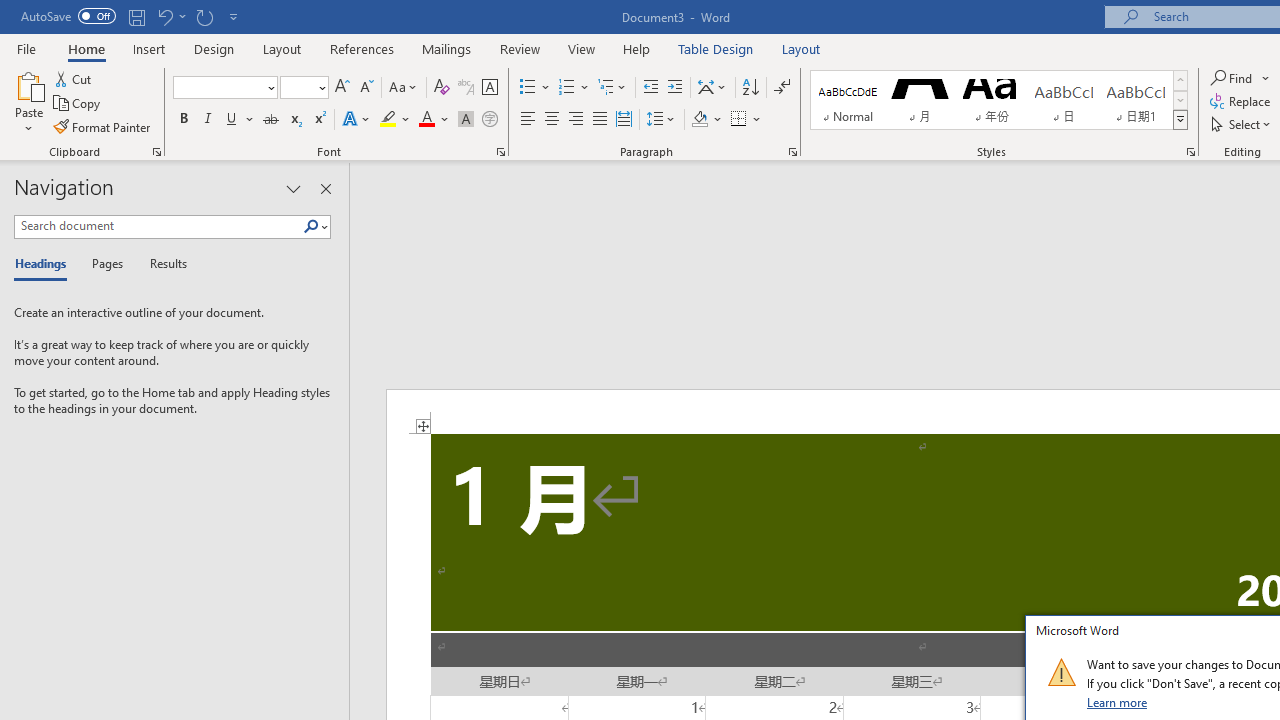 Image resolution: width=1280 pixels, height=720 pixels. I want to click on 'Distributed', so click(623, 119).